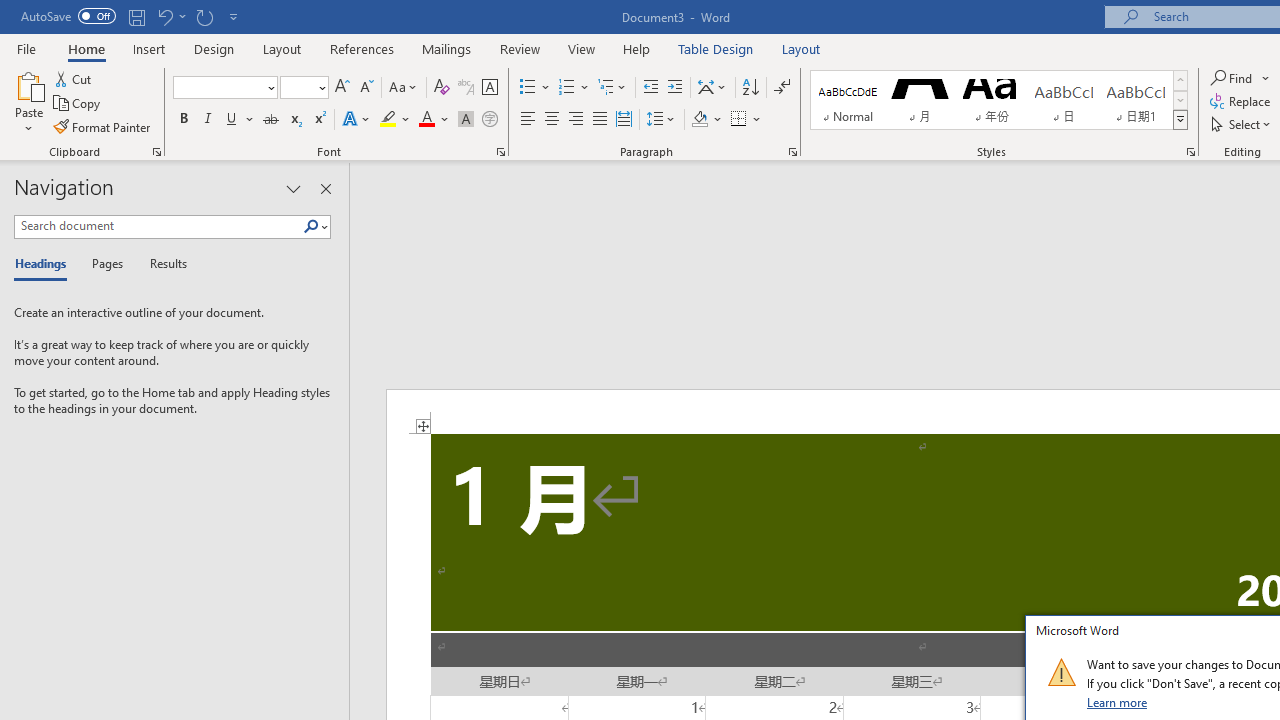 Image resolution: width=1280 pixels, height=720 pixels. I want to click on 'Distributed', so click(623, 119).